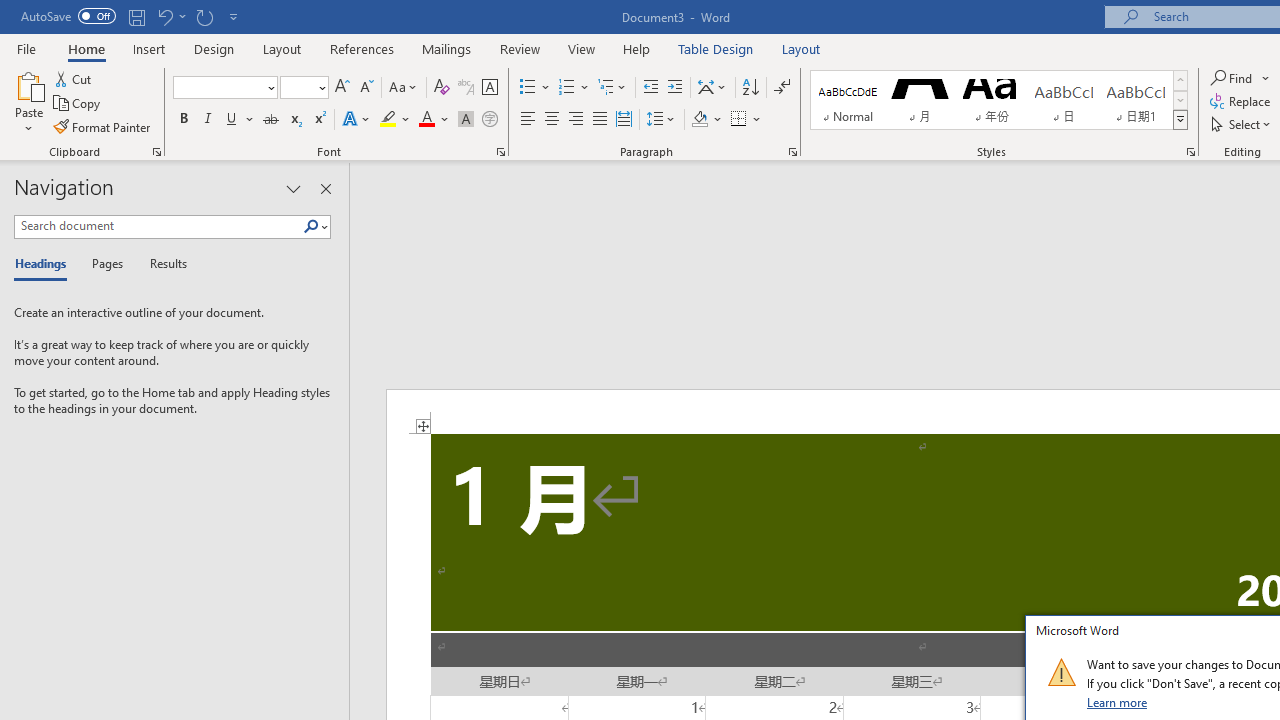 Image resolution: width=1280 pixels, height=720 pixels. I want to click on 'Distributed', so click(623, 119).